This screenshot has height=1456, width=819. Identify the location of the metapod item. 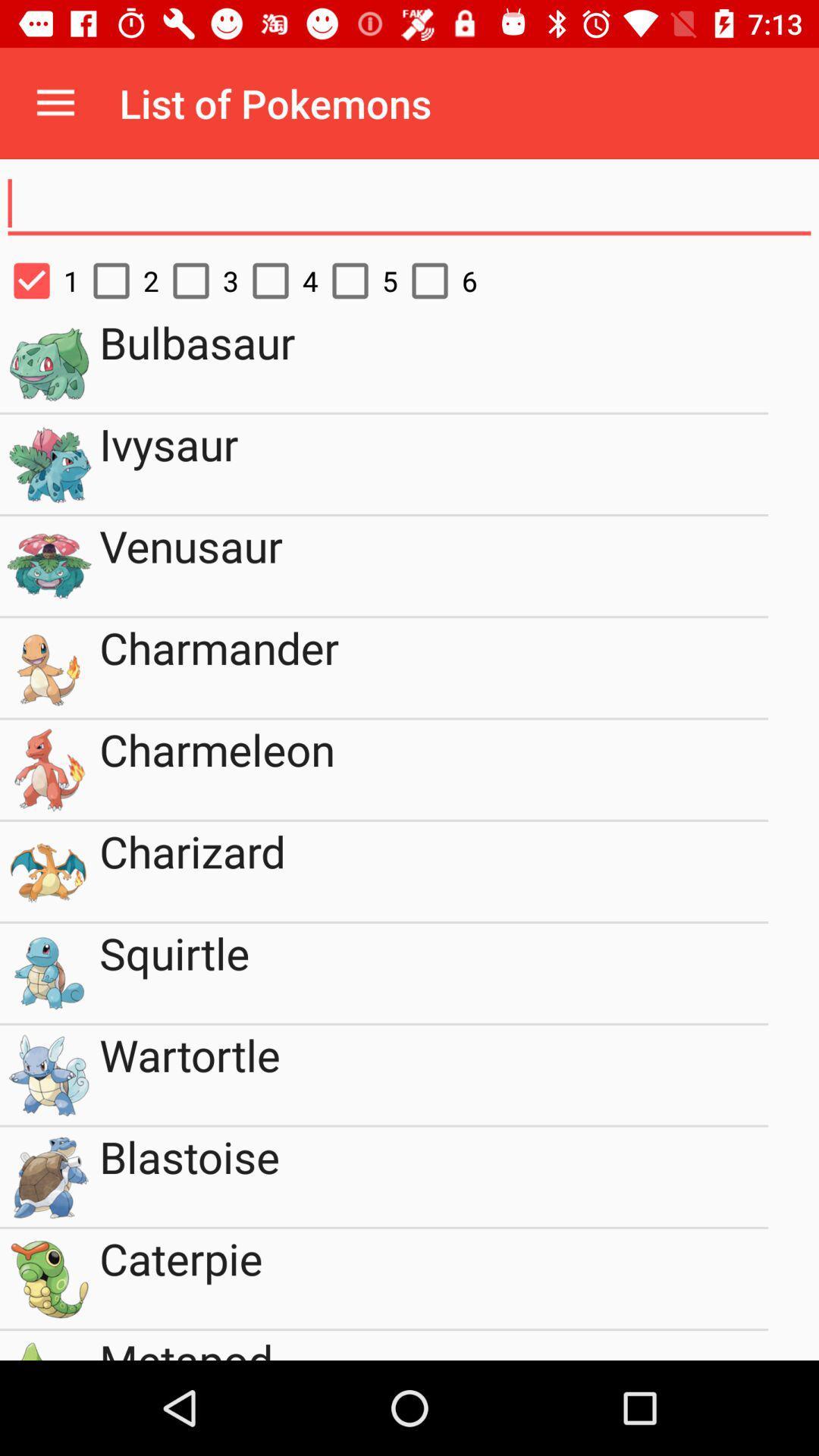
(434, 1345).